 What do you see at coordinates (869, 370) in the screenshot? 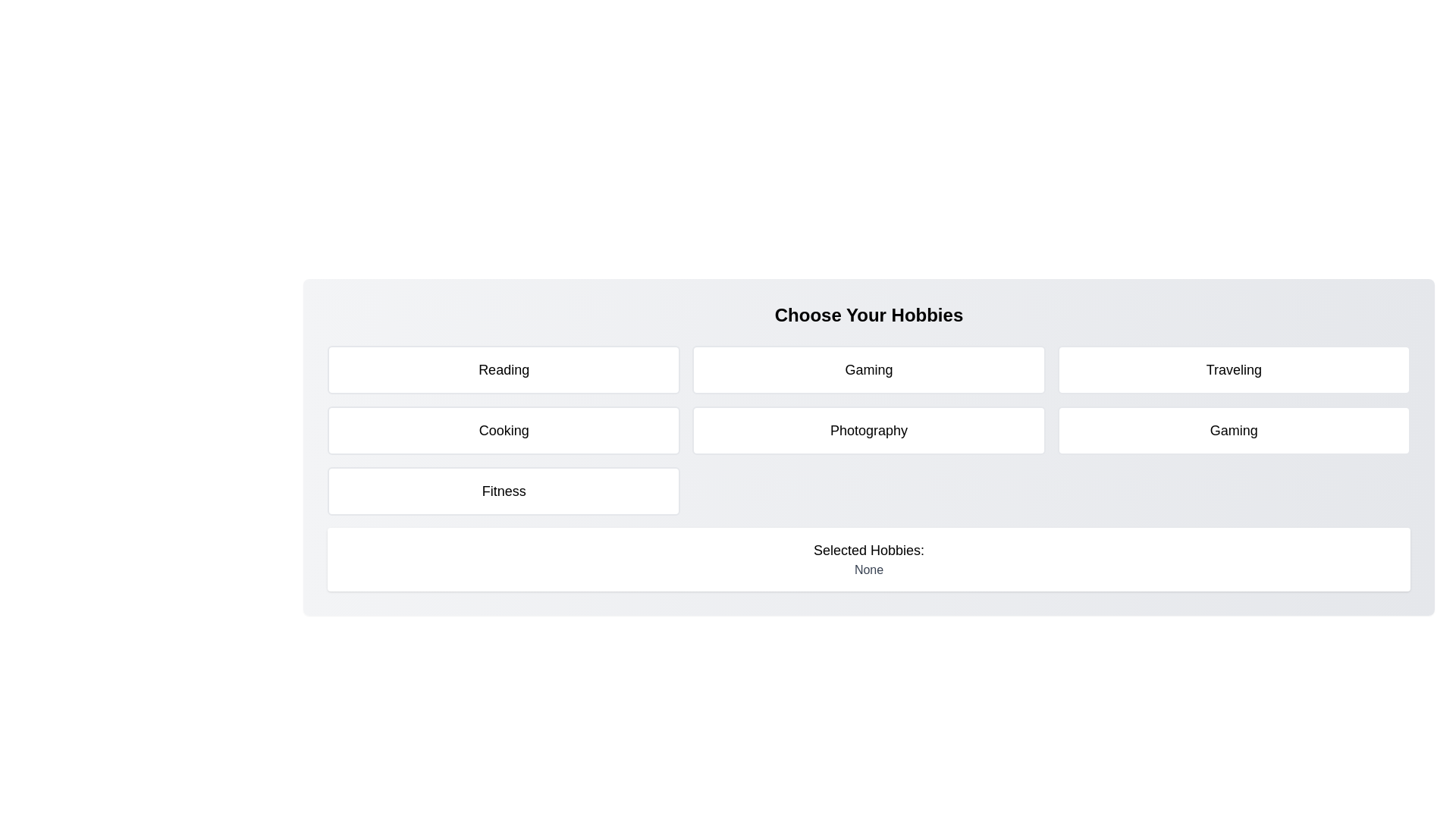
I see `the tile representing the hobby Gaming to toggle its selection` at bounding box center [869, 370].